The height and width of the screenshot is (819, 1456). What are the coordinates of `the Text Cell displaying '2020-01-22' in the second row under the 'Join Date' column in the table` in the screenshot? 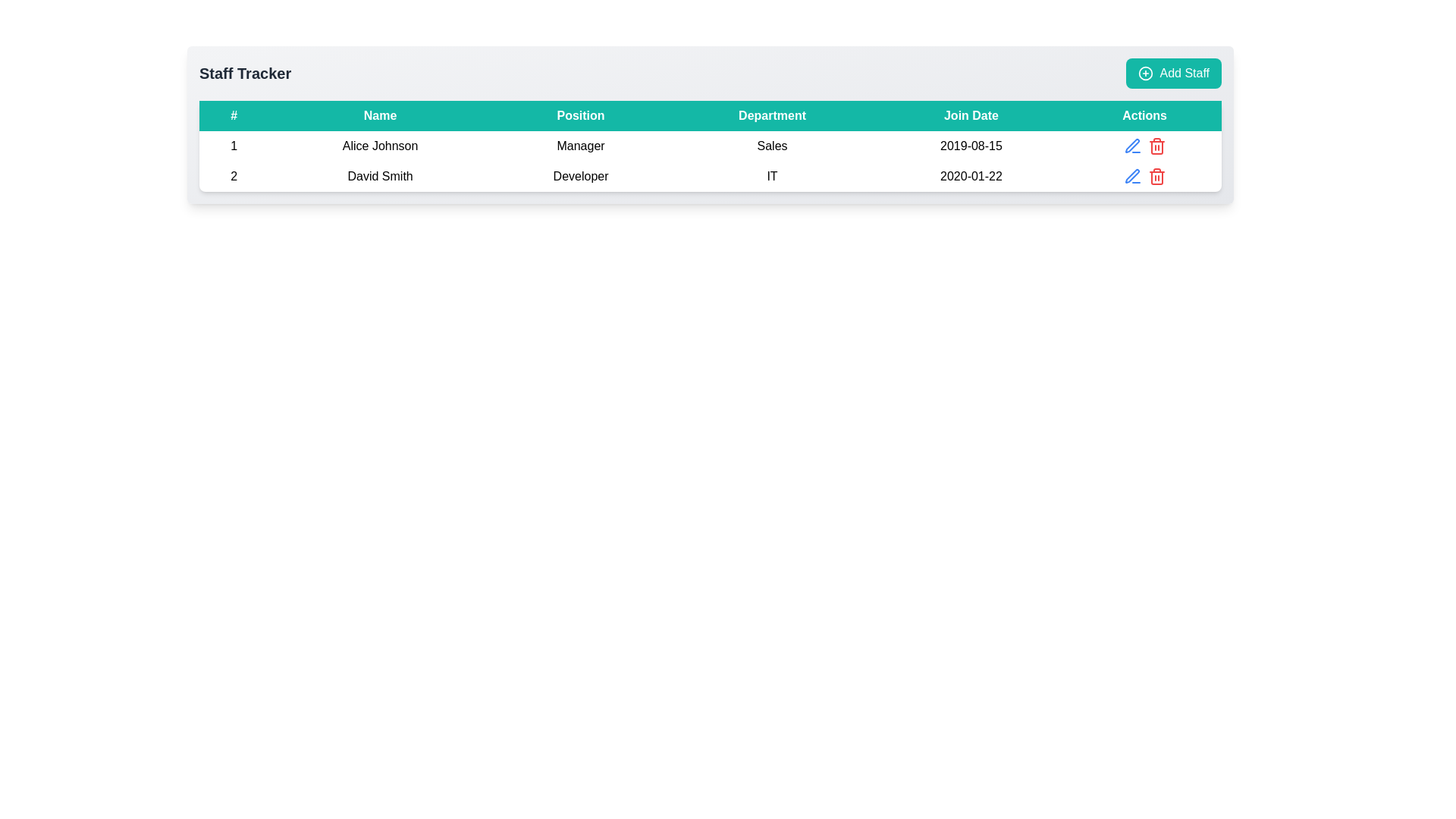 It's located at (971, 175).